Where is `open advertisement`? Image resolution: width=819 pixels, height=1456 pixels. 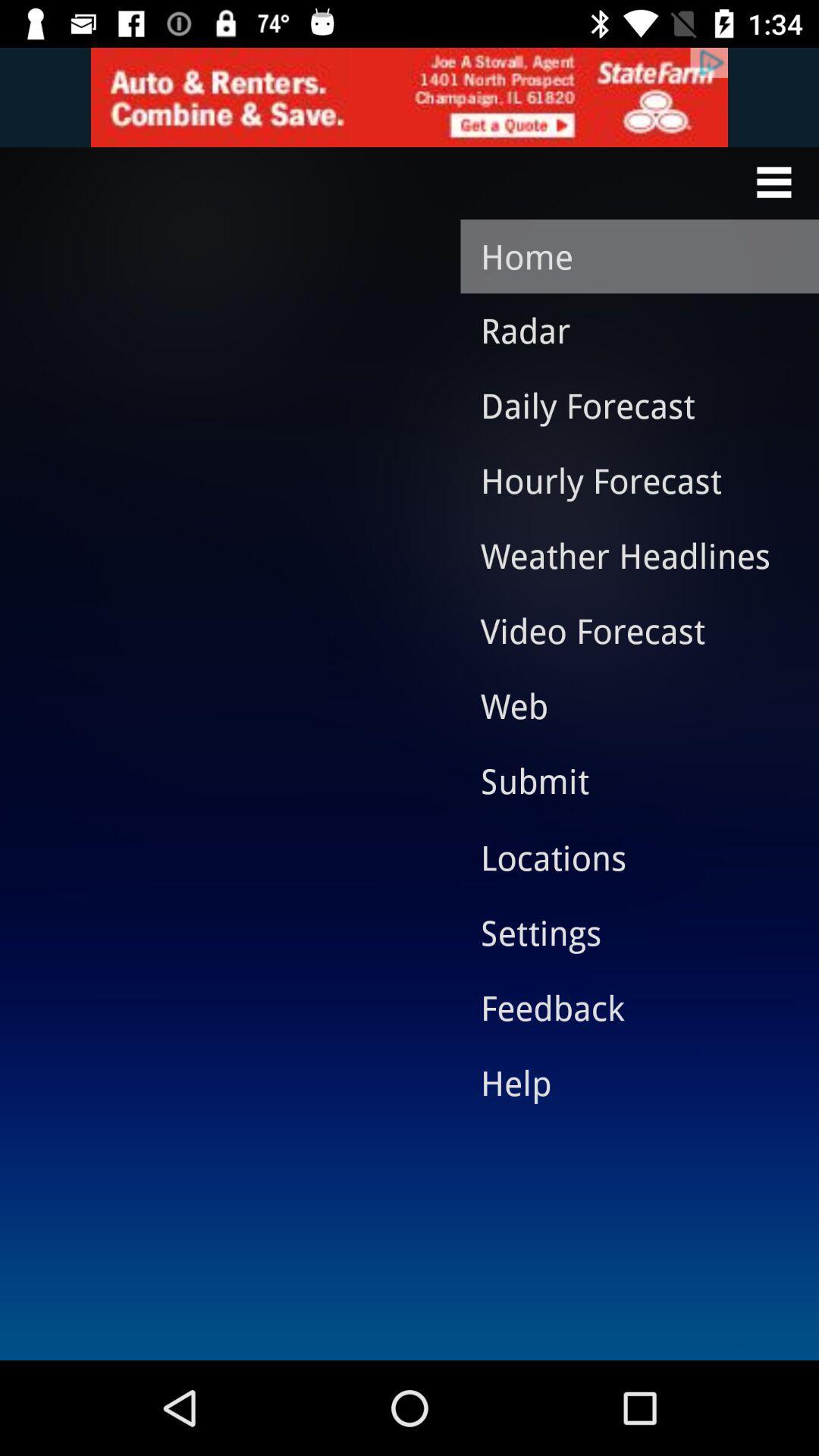 open advertisement is located at coordinates (409, 96).